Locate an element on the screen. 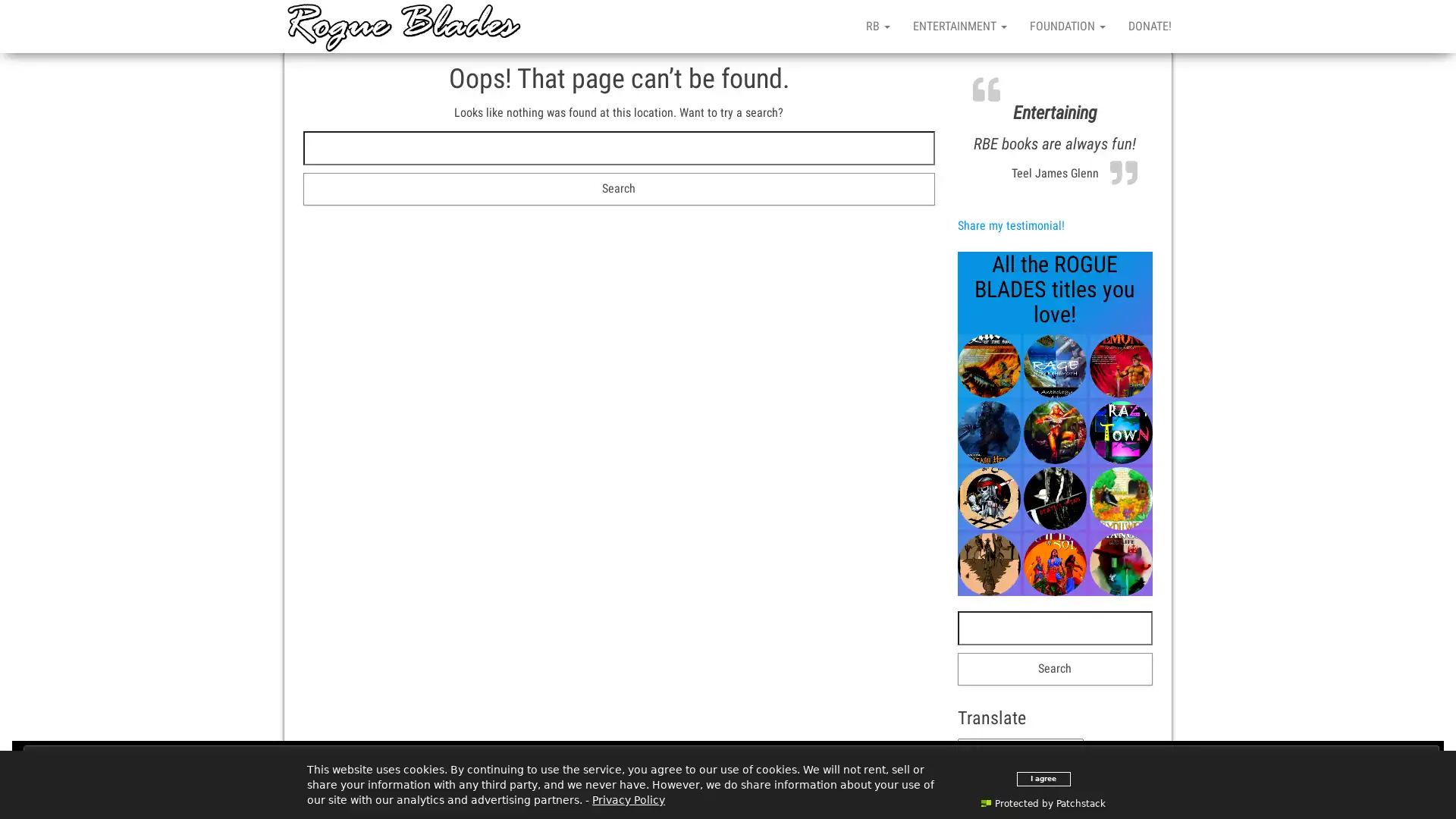  Close and accept is located at coordinates (731, 760).